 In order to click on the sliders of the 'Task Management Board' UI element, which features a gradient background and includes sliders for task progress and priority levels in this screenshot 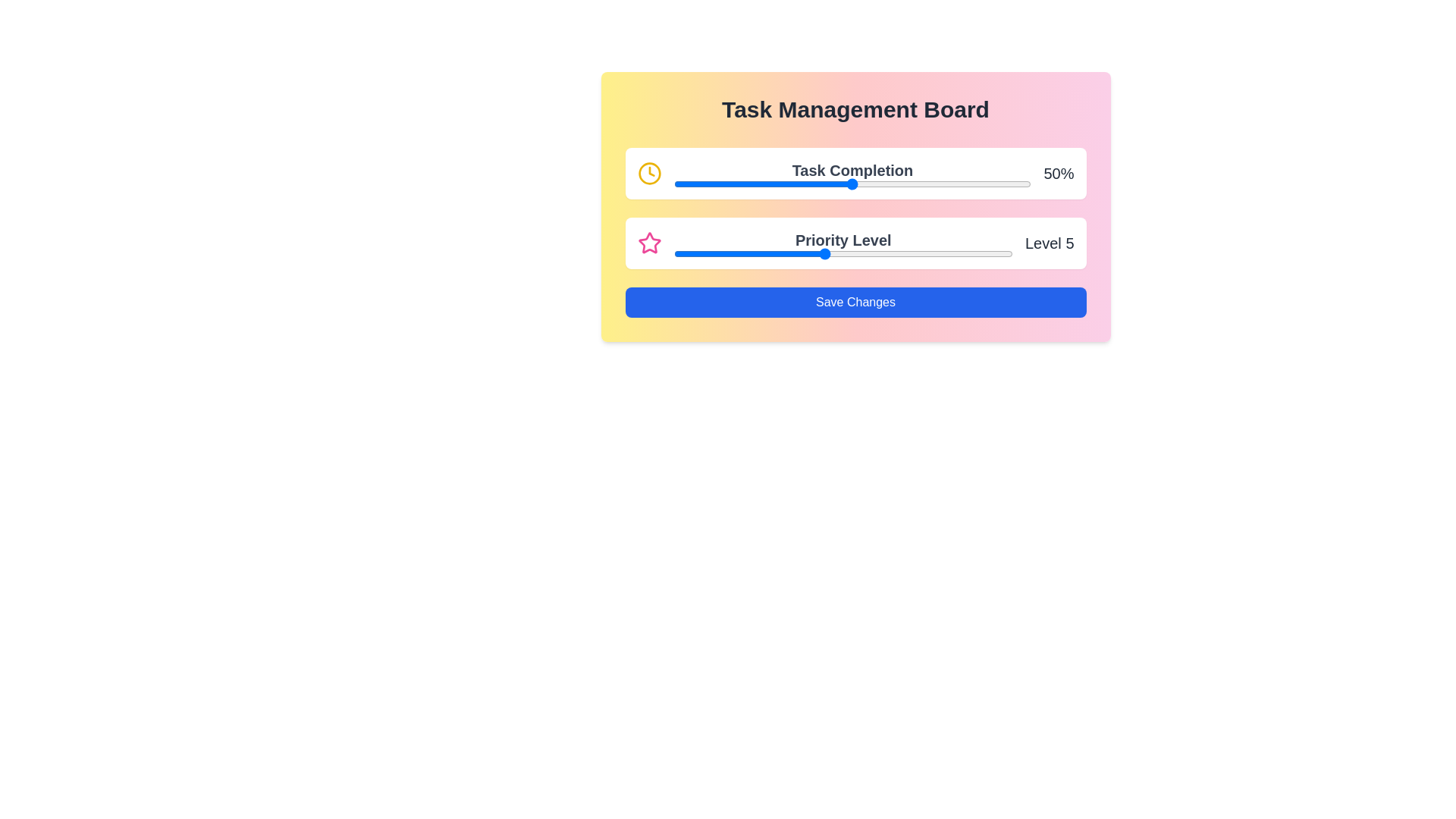, I will do `click(855, 207)`.